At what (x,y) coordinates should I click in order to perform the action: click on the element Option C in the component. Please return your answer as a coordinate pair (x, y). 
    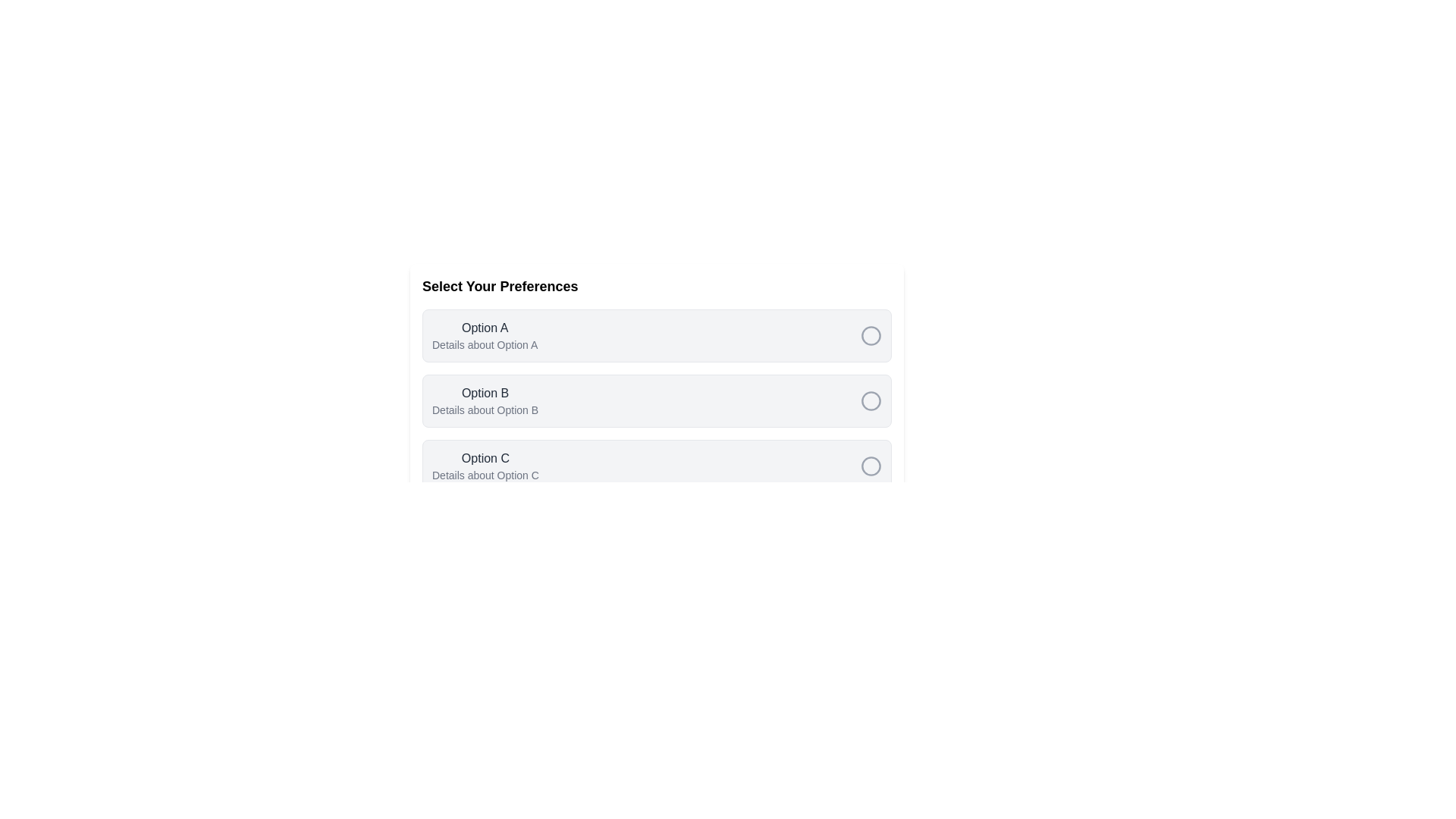
    Looking at the image, I should click on (485, 465).